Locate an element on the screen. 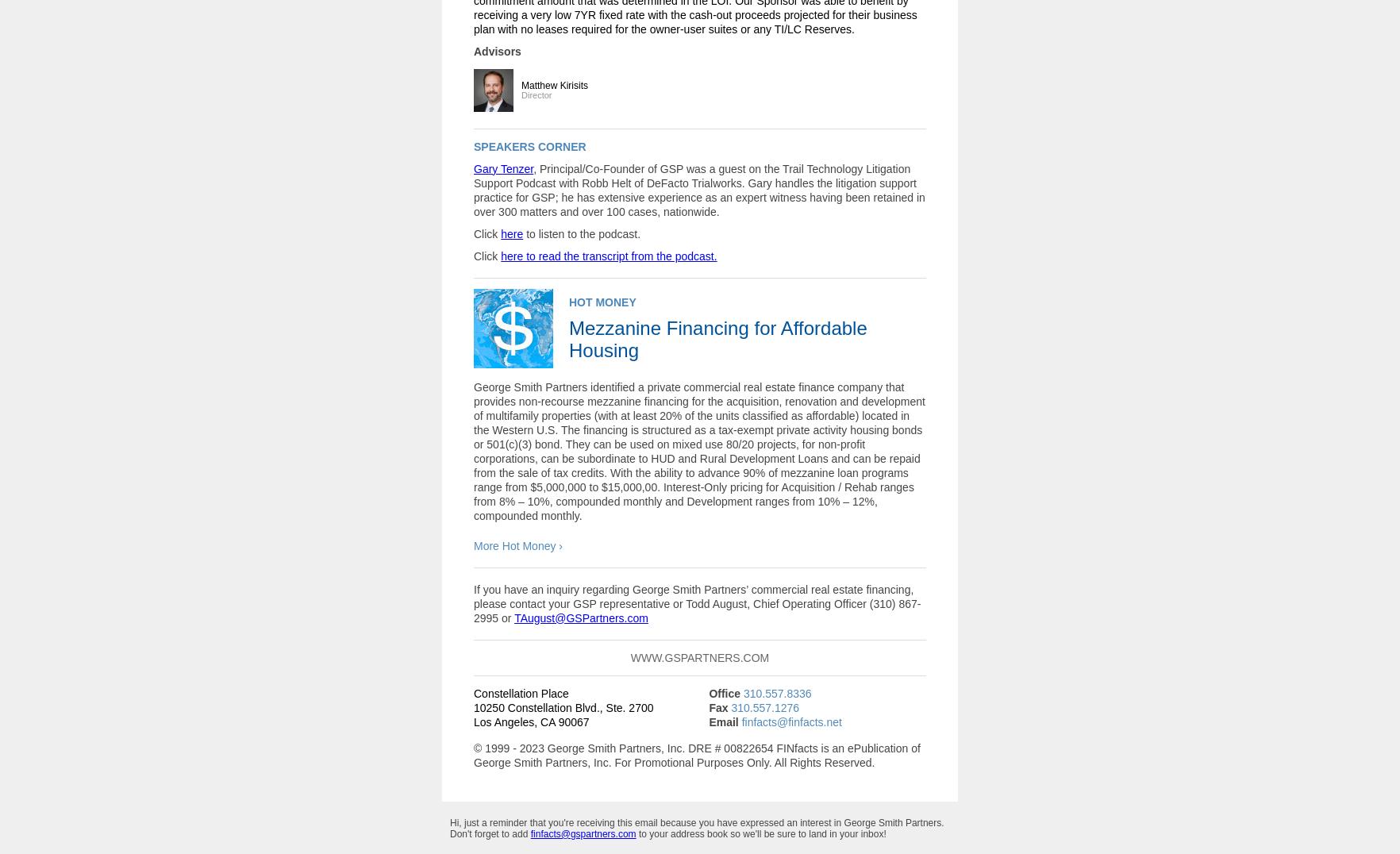 This screenshot has height=854, width=1400. 'Matthew Kirisits' is located at coordinates (555, 83).